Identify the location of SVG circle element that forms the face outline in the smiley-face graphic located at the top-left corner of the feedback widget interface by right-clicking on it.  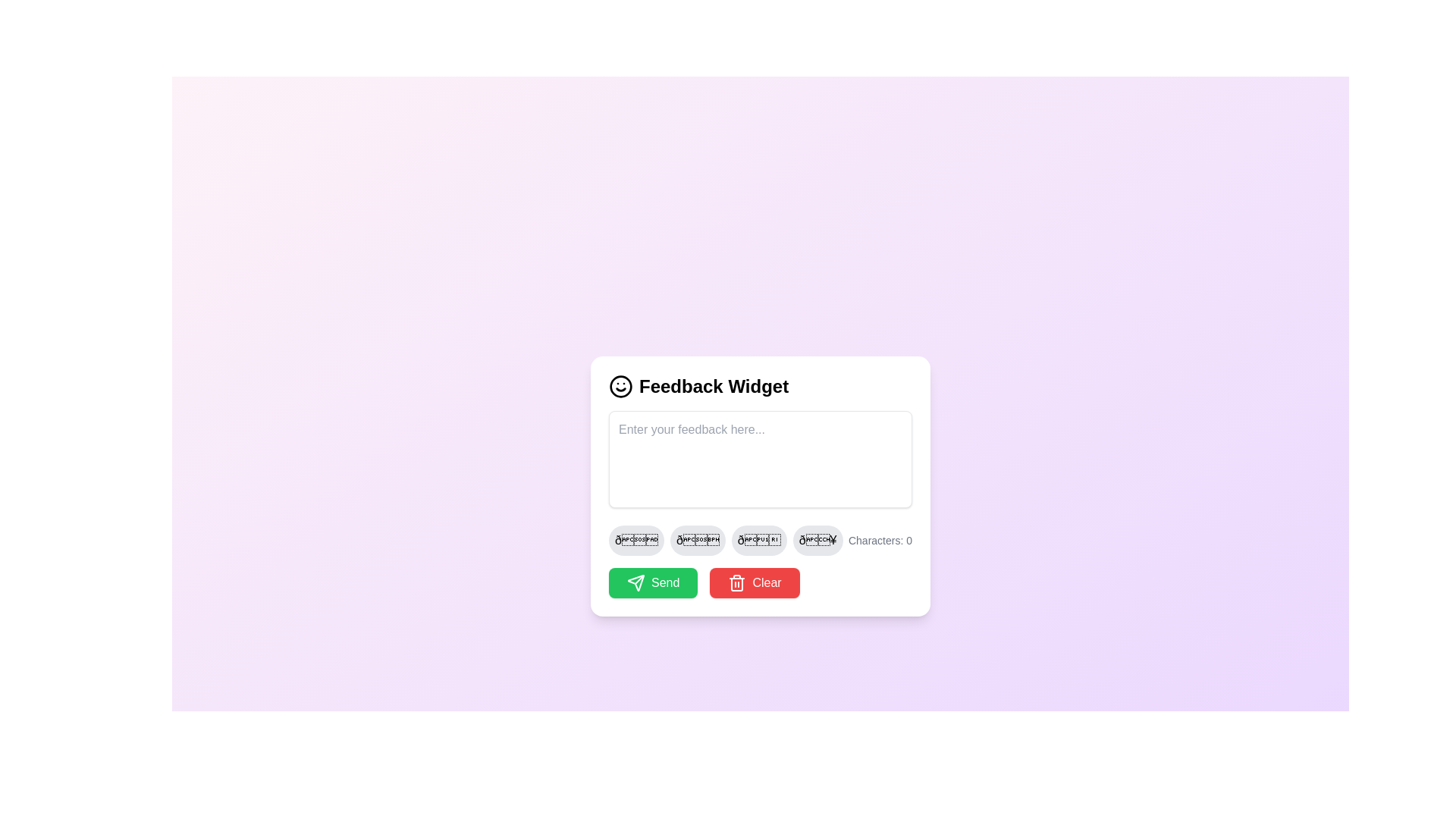
(621, 385).